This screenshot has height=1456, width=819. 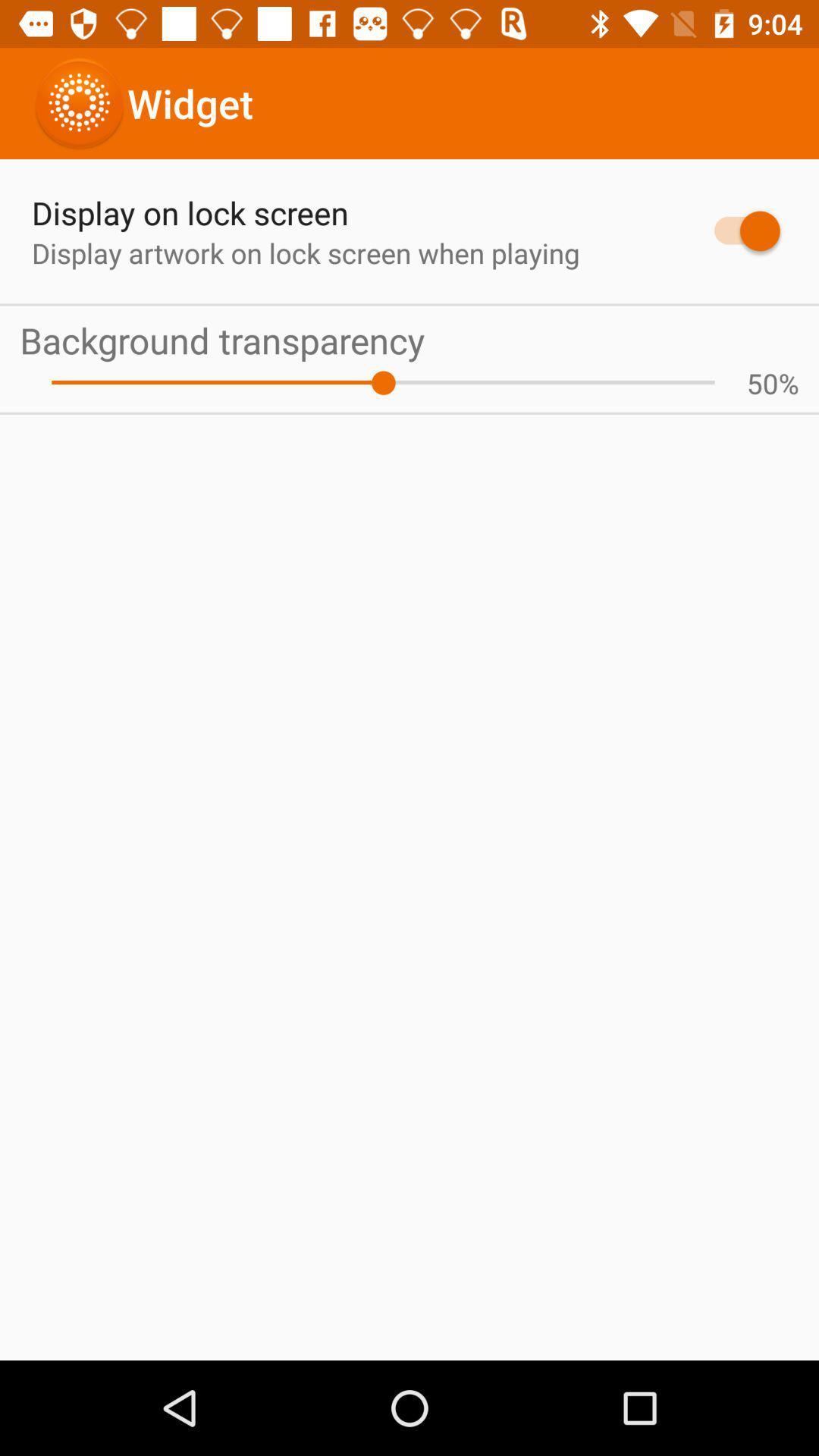 What do you see at coordinates (739, 230) in the screenshot?
I see `the app to the right of display artwork on app` at bounding box center [739, 230].